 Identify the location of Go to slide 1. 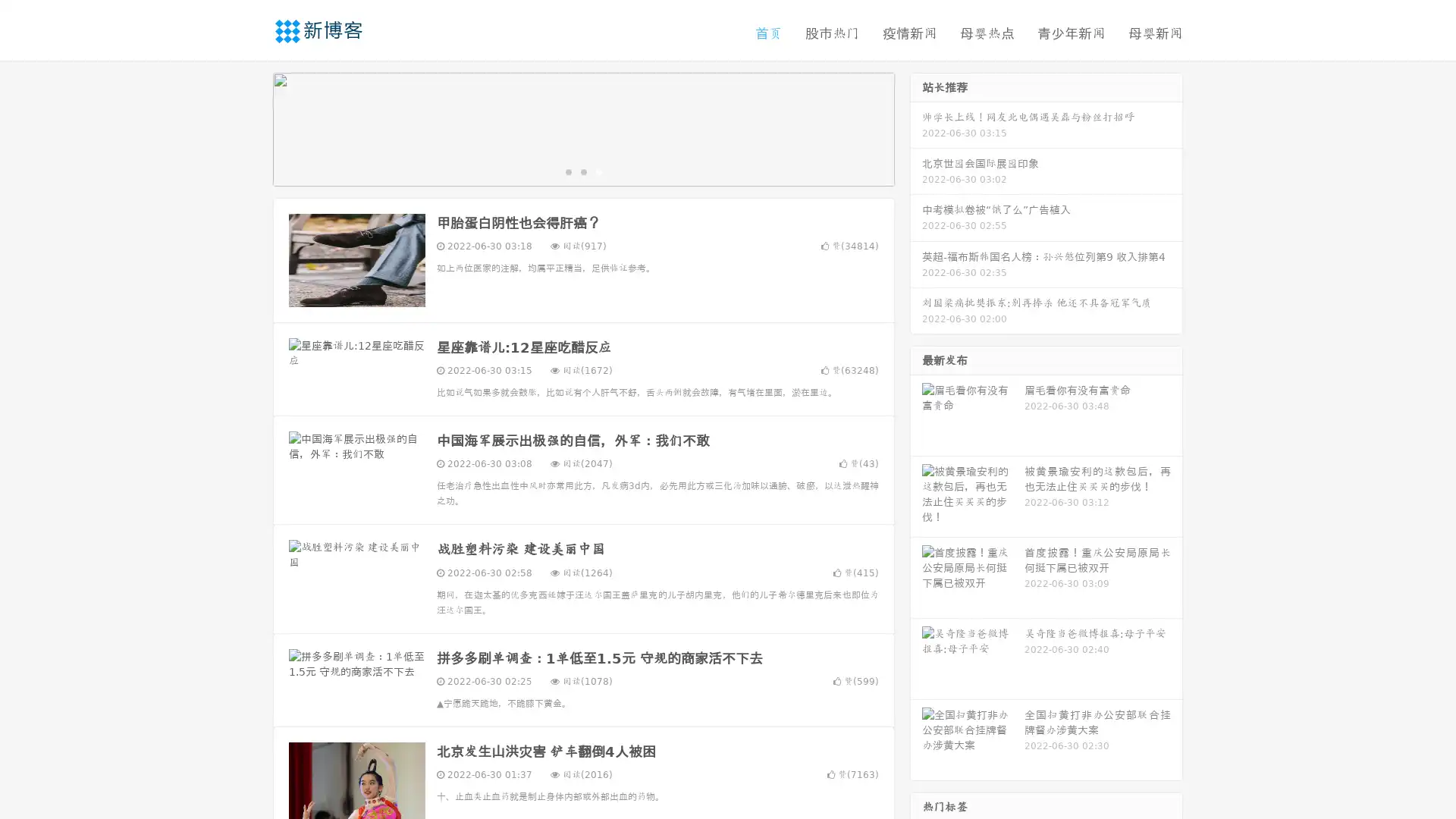
(567, 171).